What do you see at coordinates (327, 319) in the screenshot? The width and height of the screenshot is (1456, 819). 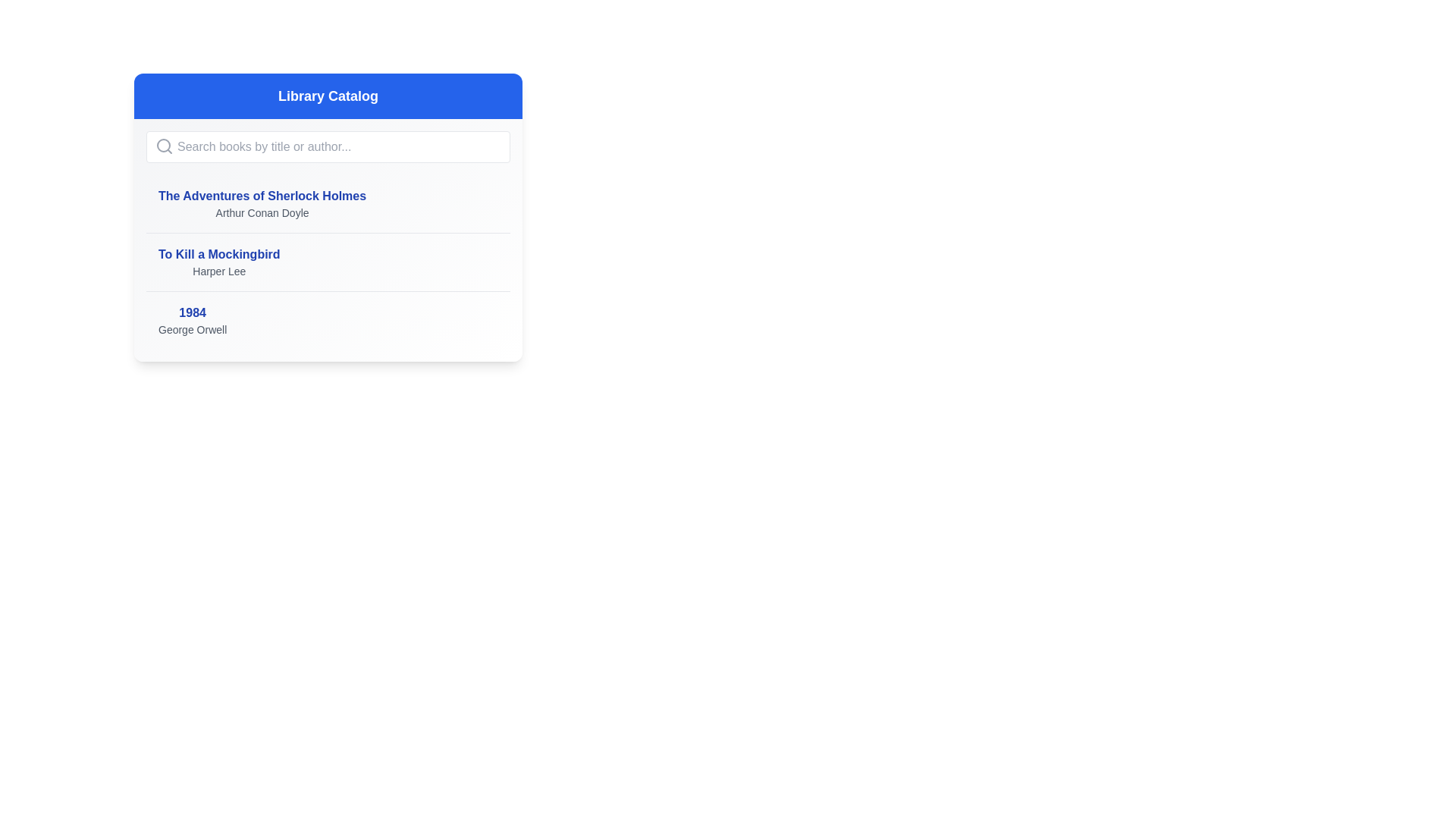 I see `the list item titled '1984' by George Orwell` at bounding box center [327, 319].